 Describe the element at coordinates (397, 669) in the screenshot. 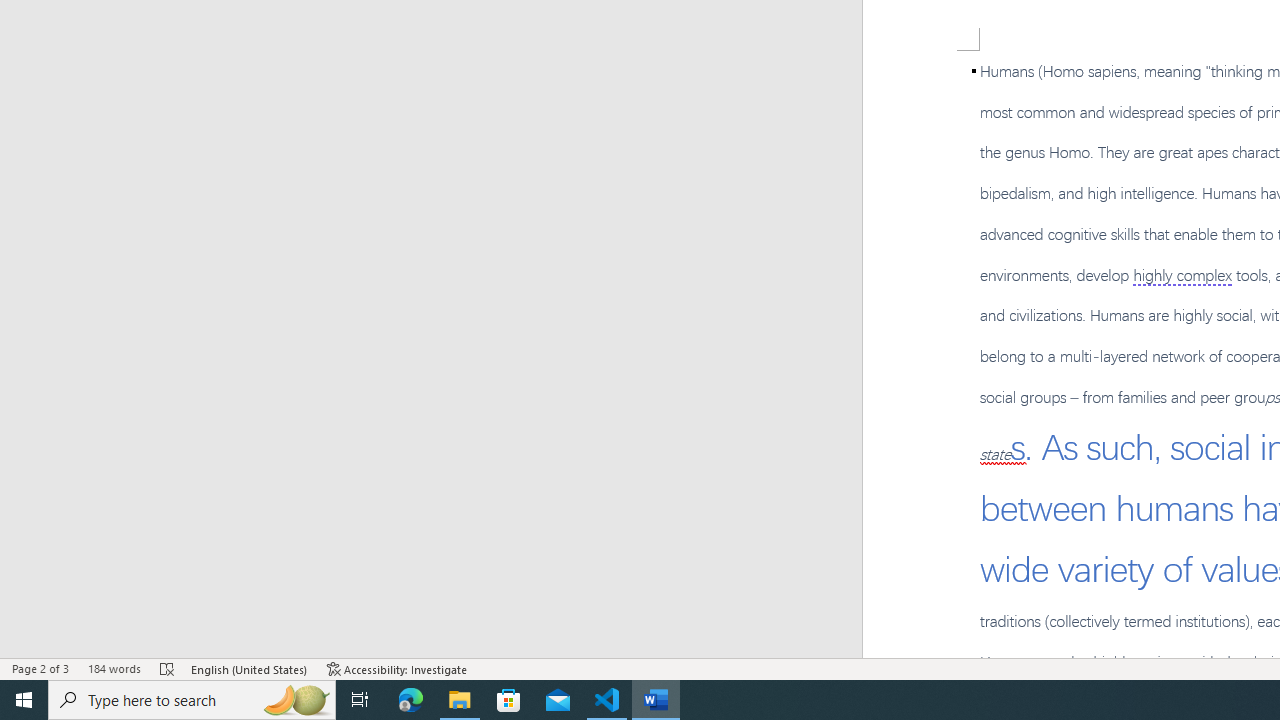

I see `'Accessibility Checker Accessibility: Investigate'` at that location.